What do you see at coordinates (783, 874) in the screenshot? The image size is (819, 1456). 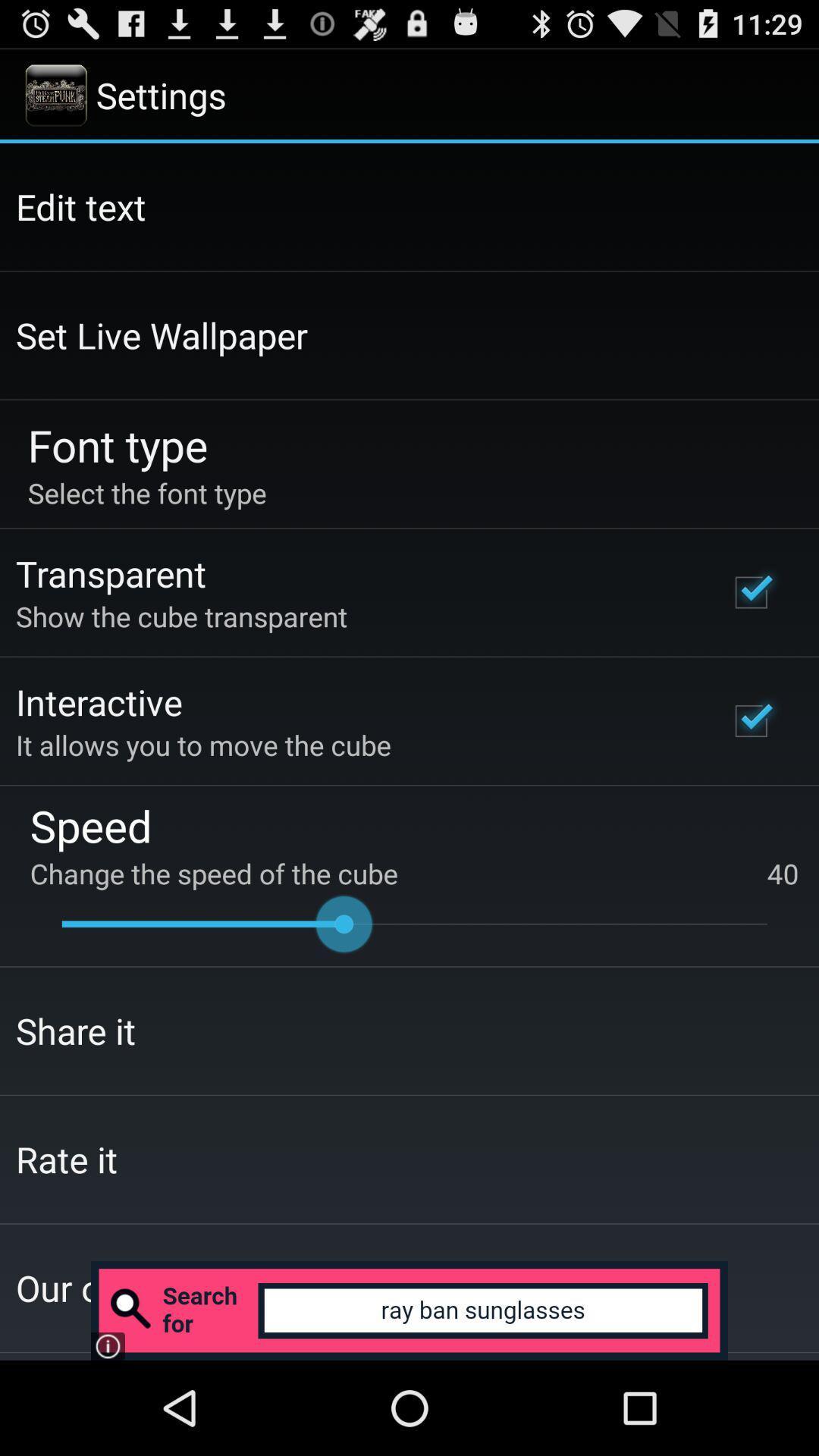 I see `40 icon` at bounding box center [783, 874].